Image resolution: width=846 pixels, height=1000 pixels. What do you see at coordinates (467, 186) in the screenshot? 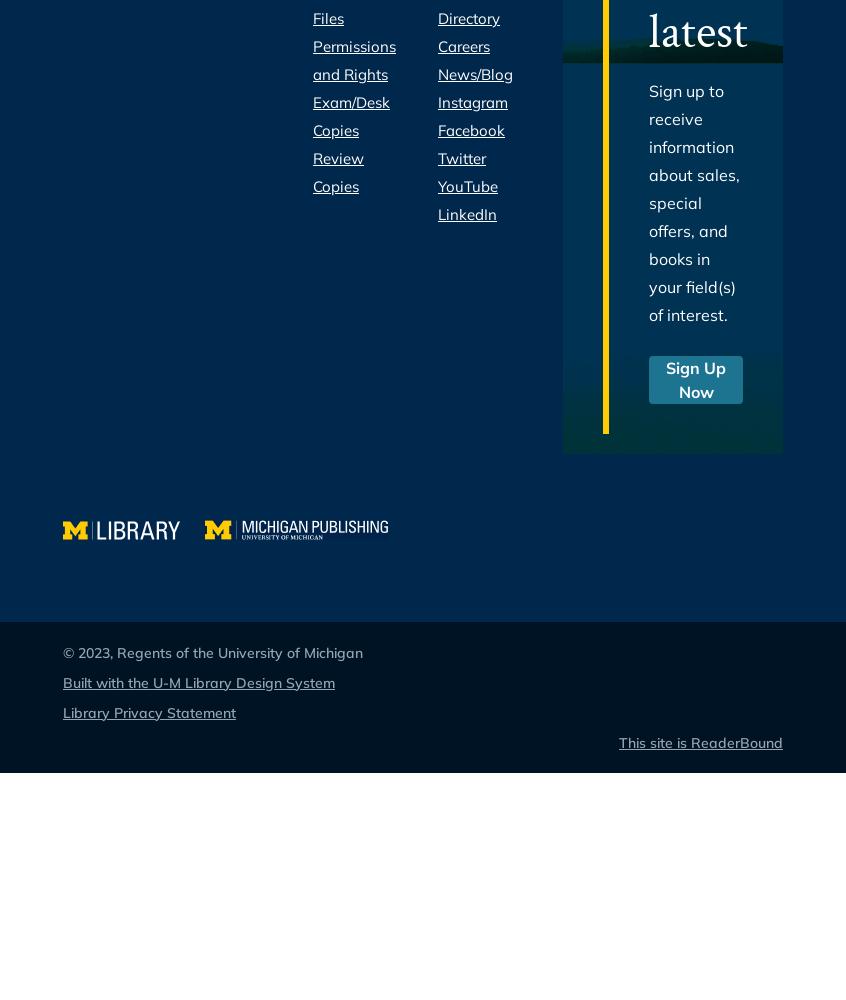
I see `'YouTube'` at bounding box center [467, 186].